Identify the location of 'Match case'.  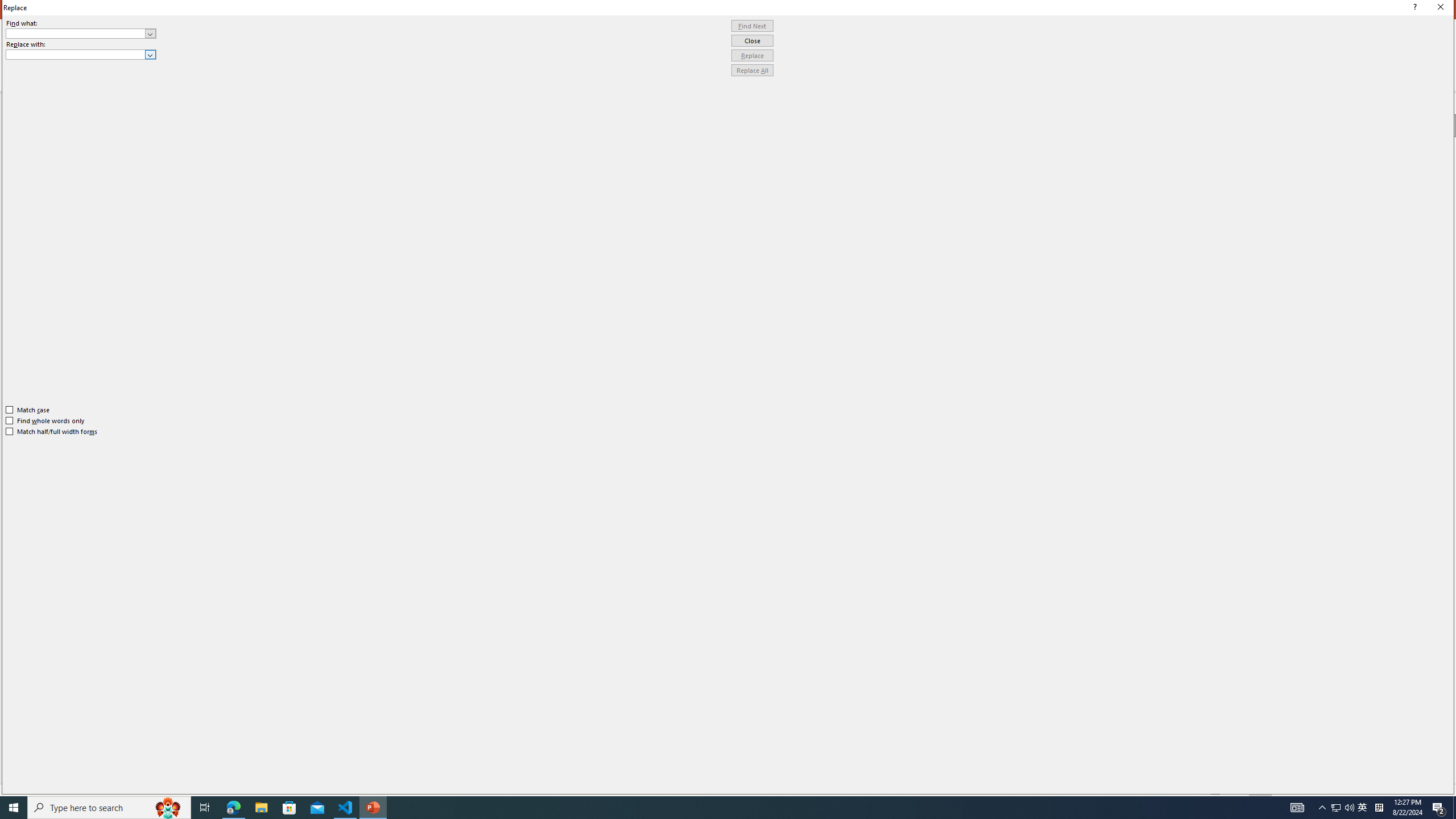
(27, 409).